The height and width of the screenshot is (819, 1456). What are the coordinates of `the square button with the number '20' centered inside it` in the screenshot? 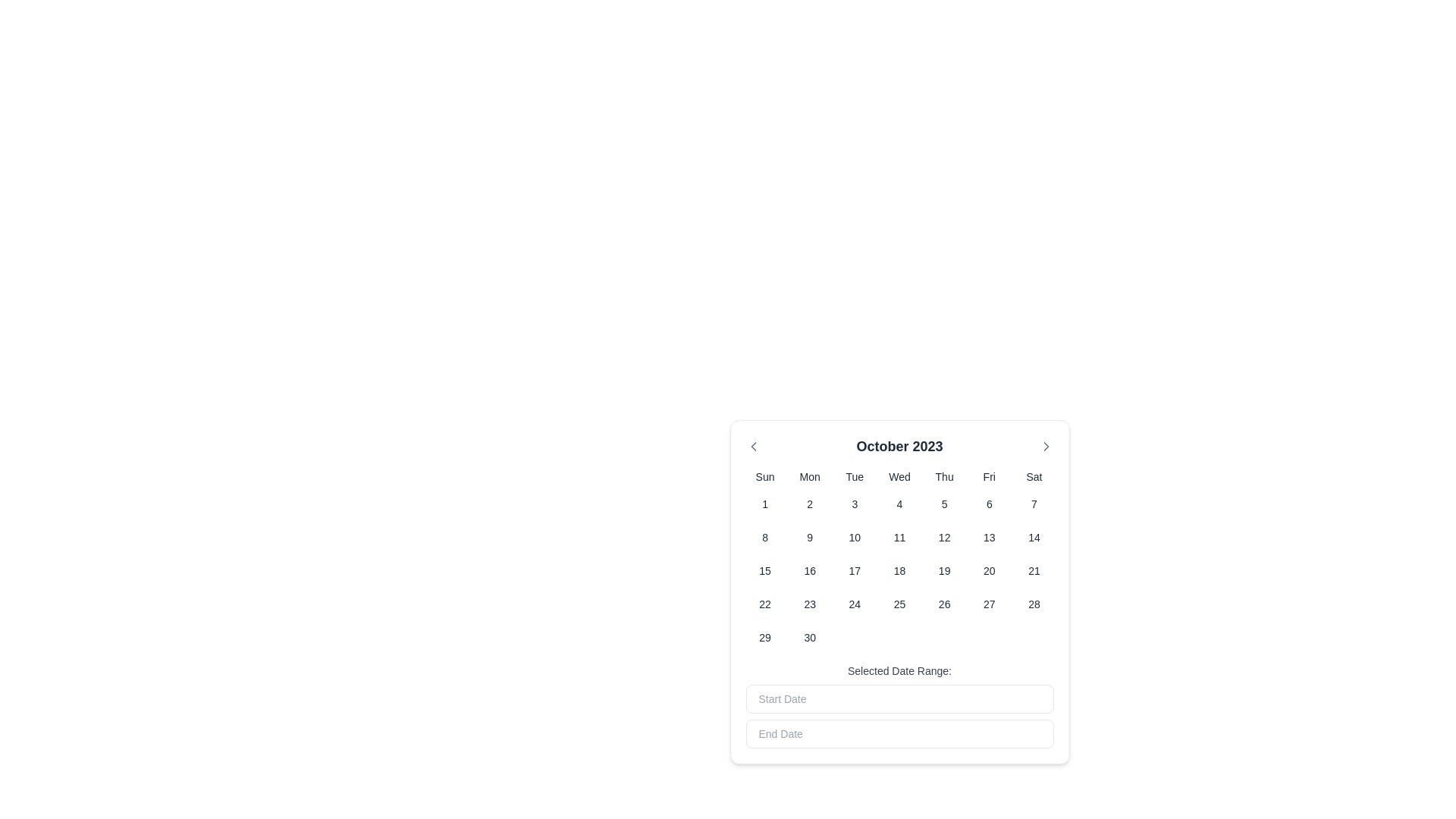 It's located at (989, 570).